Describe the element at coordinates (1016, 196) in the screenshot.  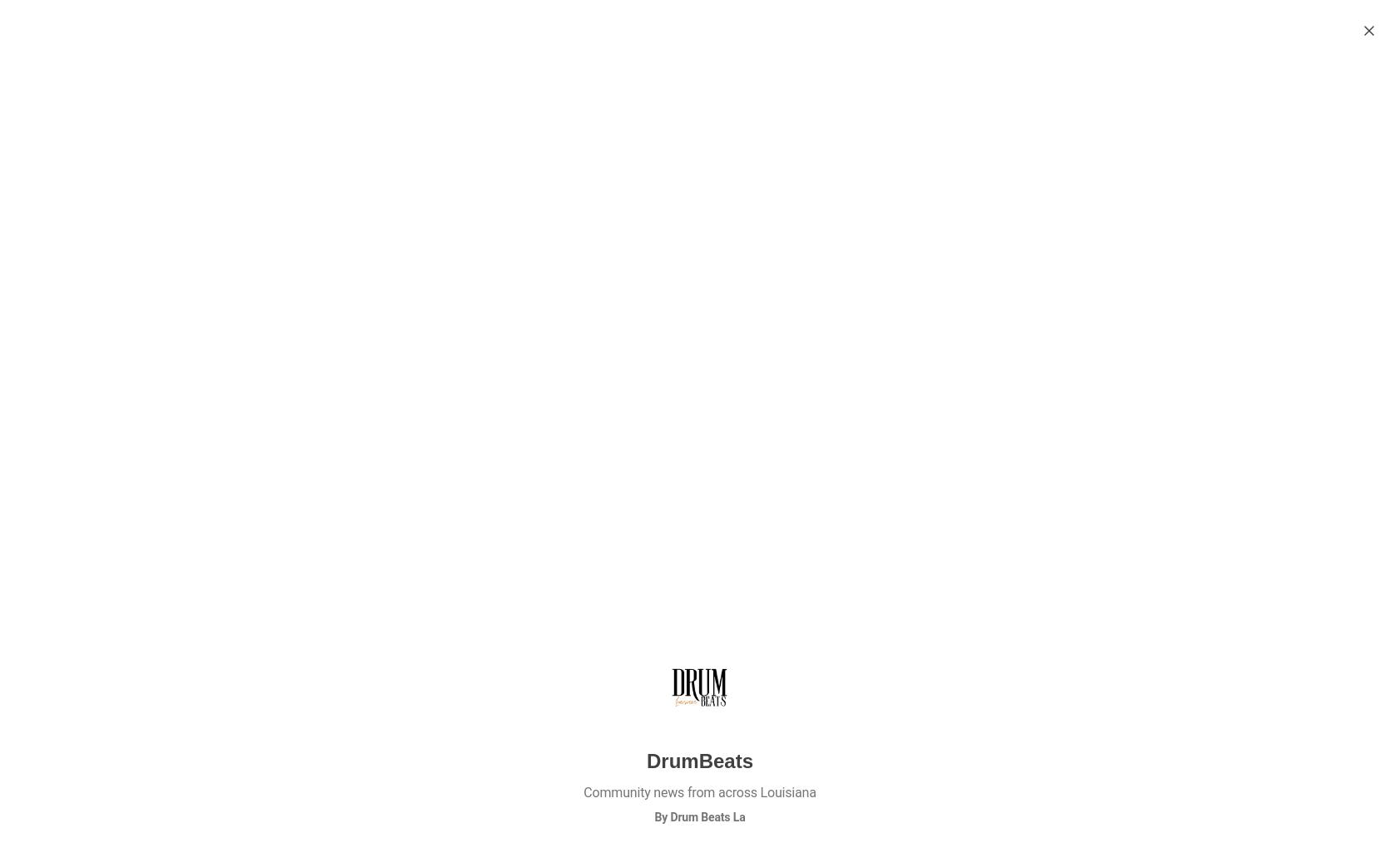
I see `'Feb 1, 2022'` at that location.